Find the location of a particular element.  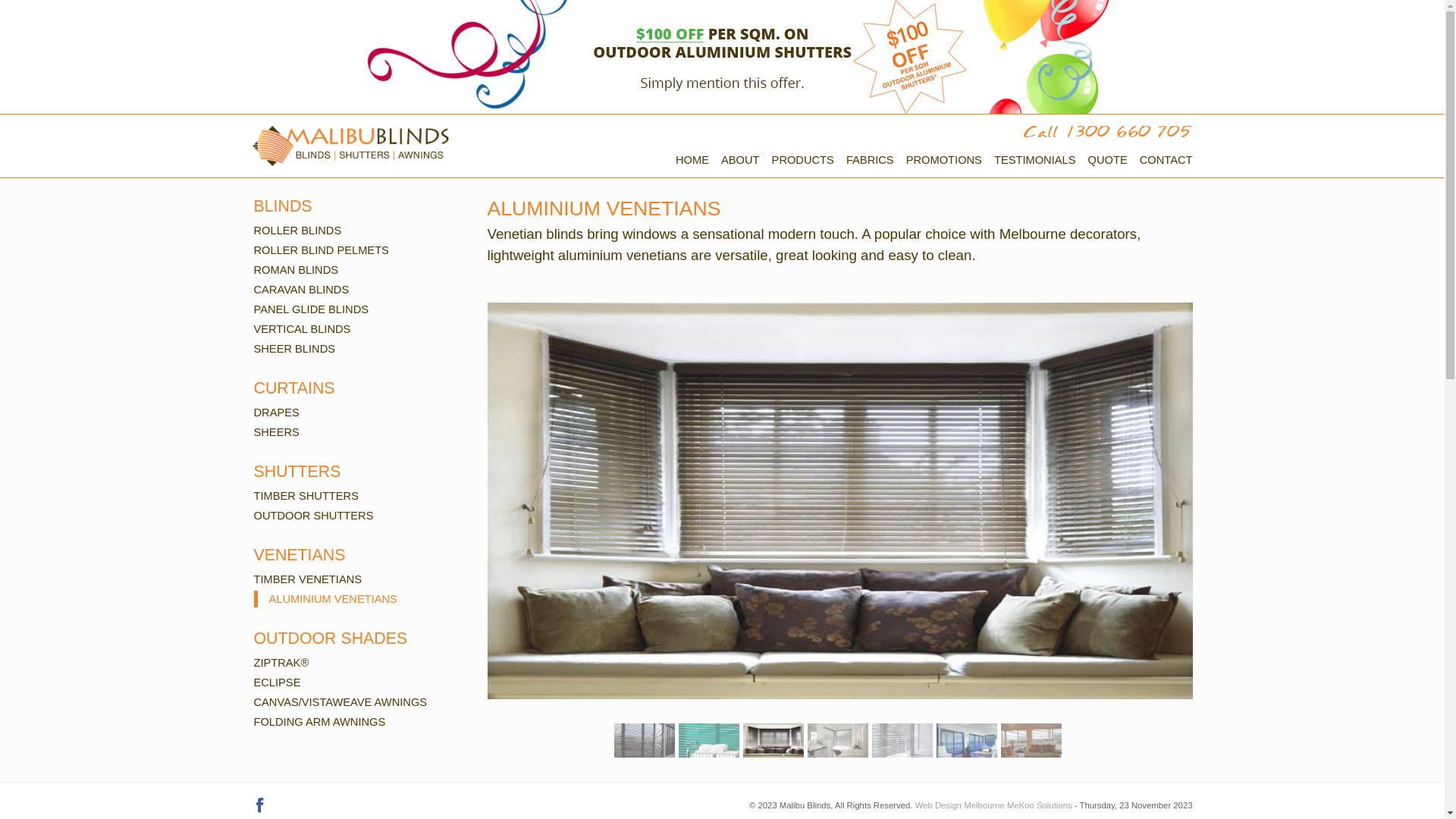

'ECLIPSE' is located at coordinates (253, 681).